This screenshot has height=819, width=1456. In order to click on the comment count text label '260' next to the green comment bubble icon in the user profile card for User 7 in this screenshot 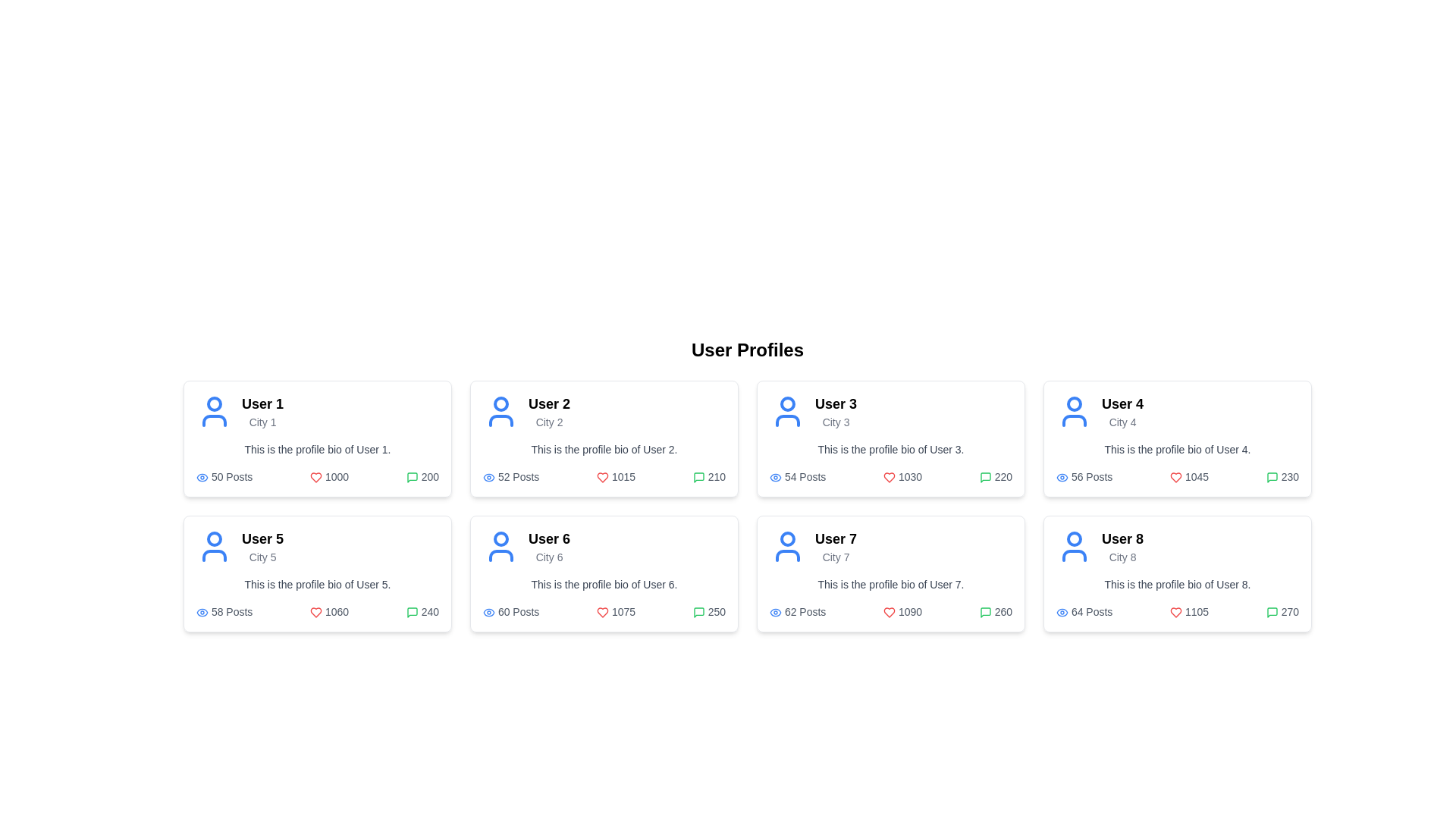, I will do `click(996, 610)`.